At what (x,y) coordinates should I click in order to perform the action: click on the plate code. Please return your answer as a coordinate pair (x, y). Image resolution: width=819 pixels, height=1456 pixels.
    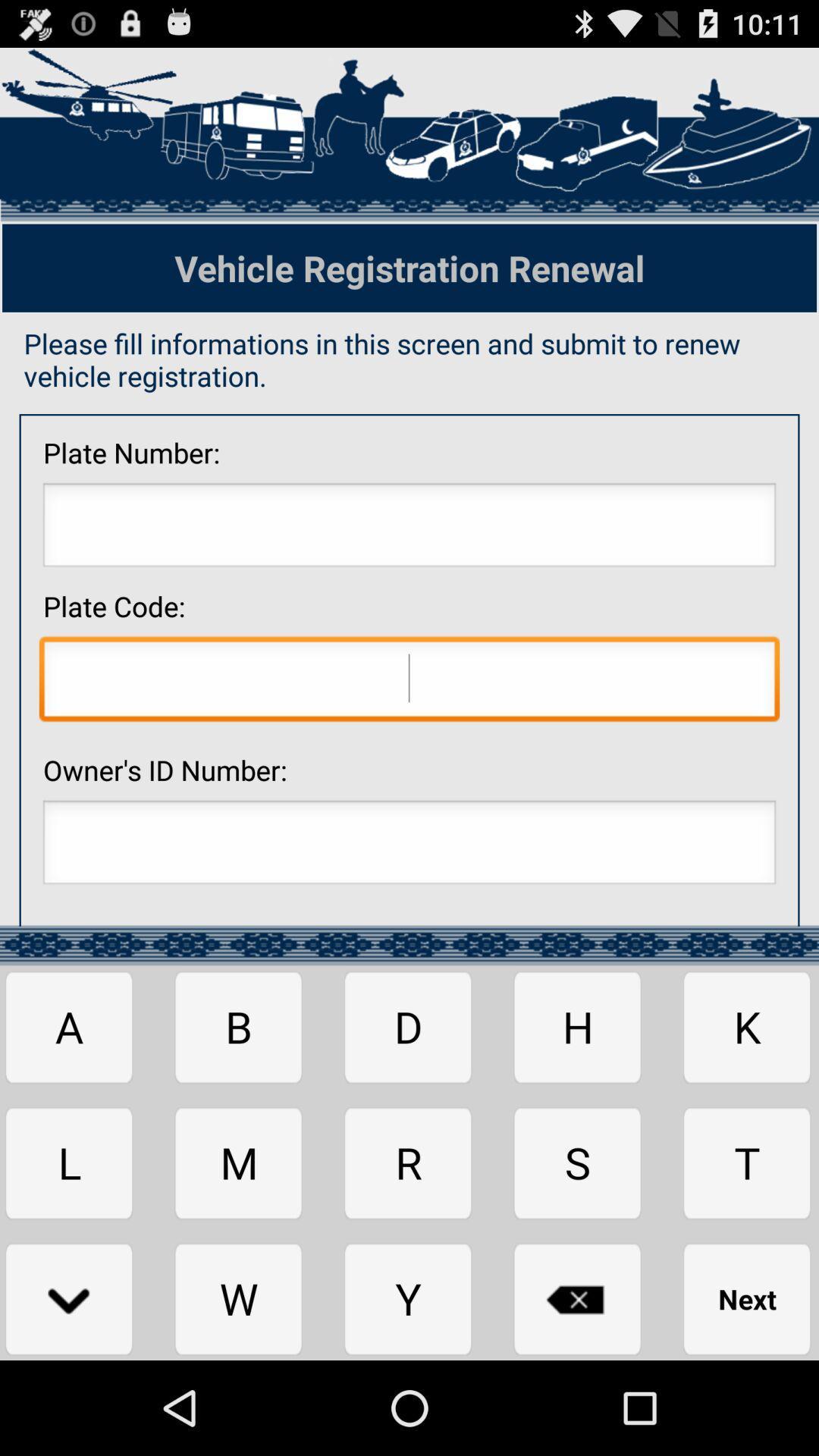
    Looking at the image, I should click on (409, 682).